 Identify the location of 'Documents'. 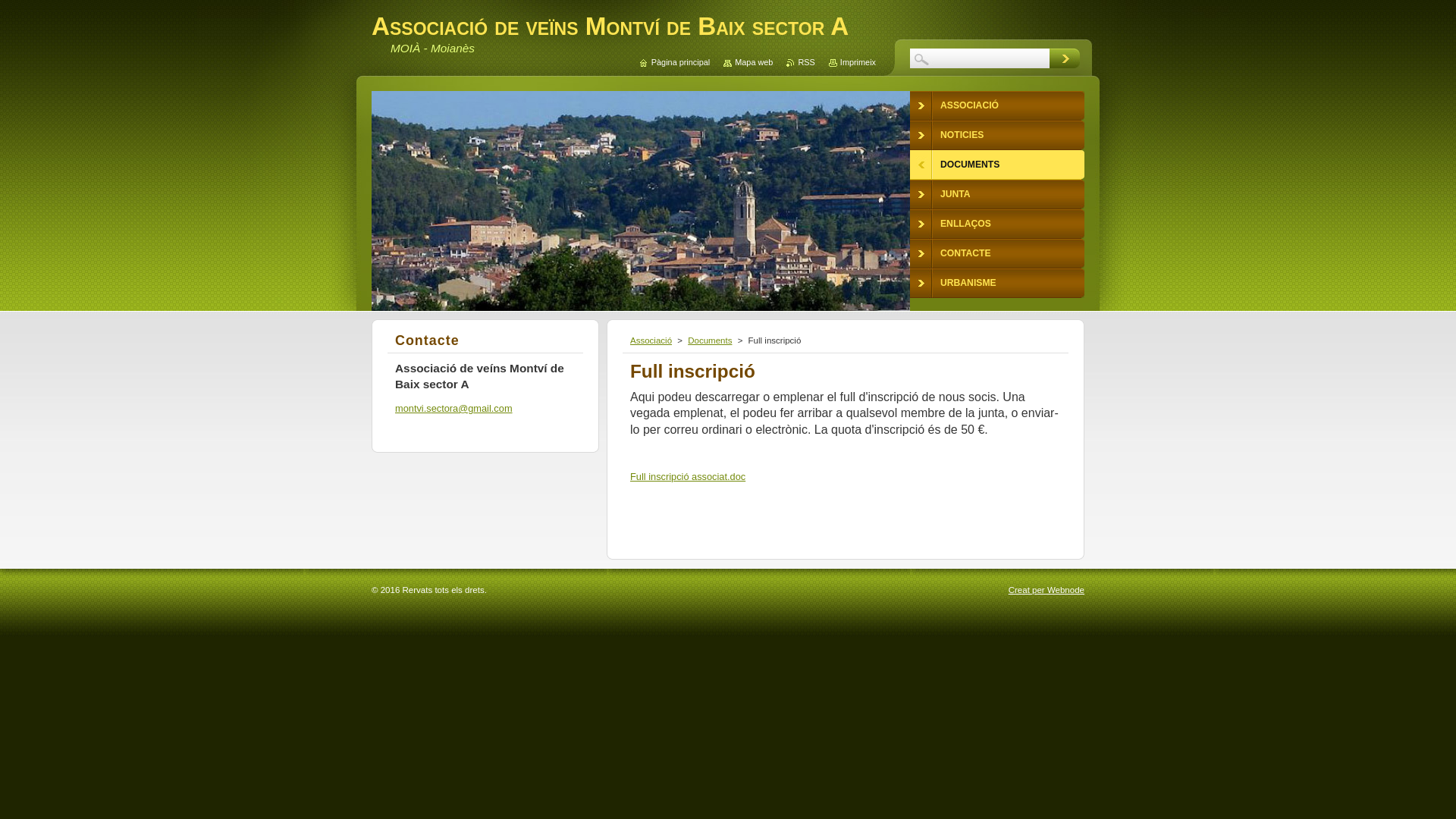
(709, 339).